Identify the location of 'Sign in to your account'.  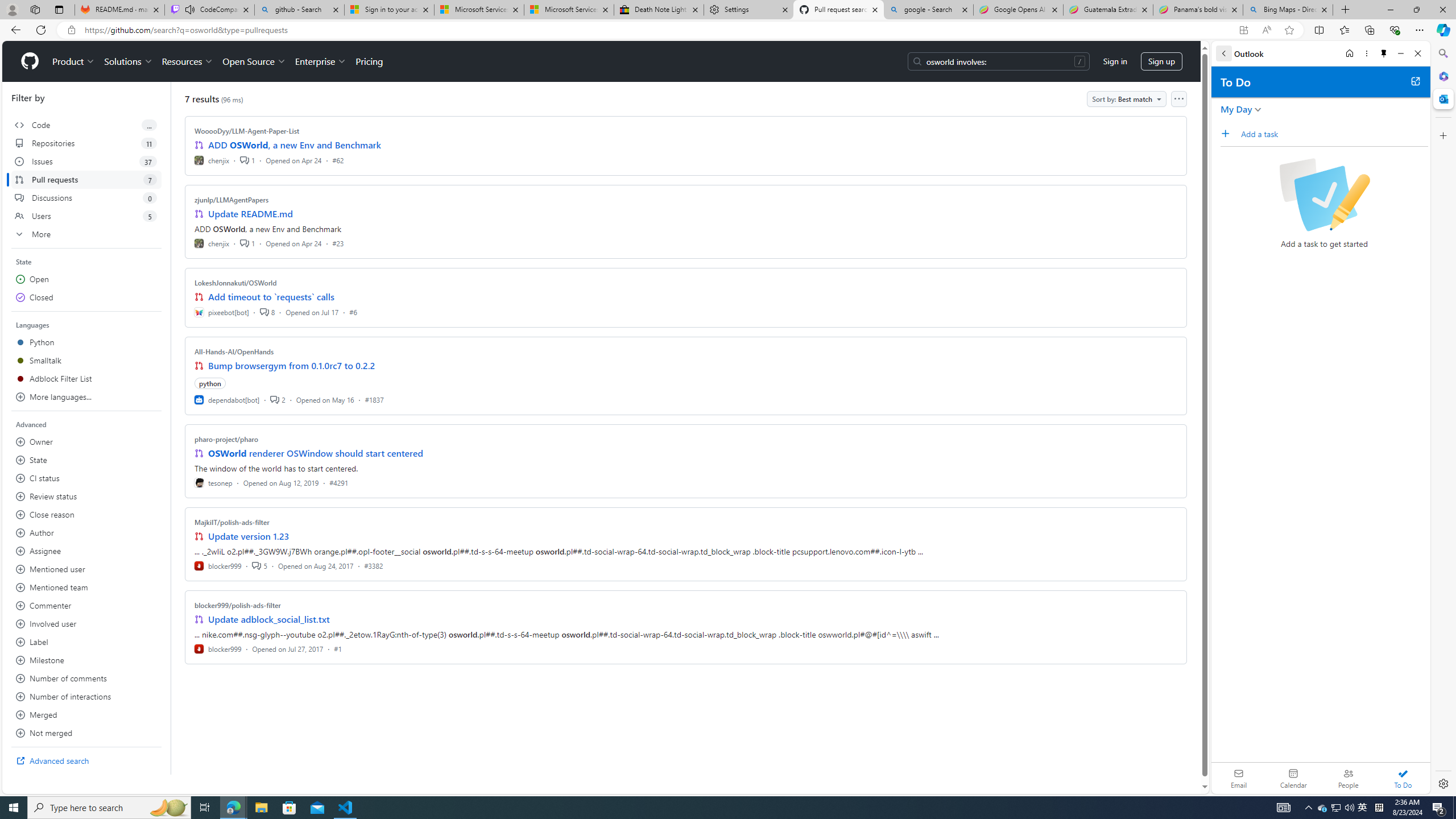
(389, 9).